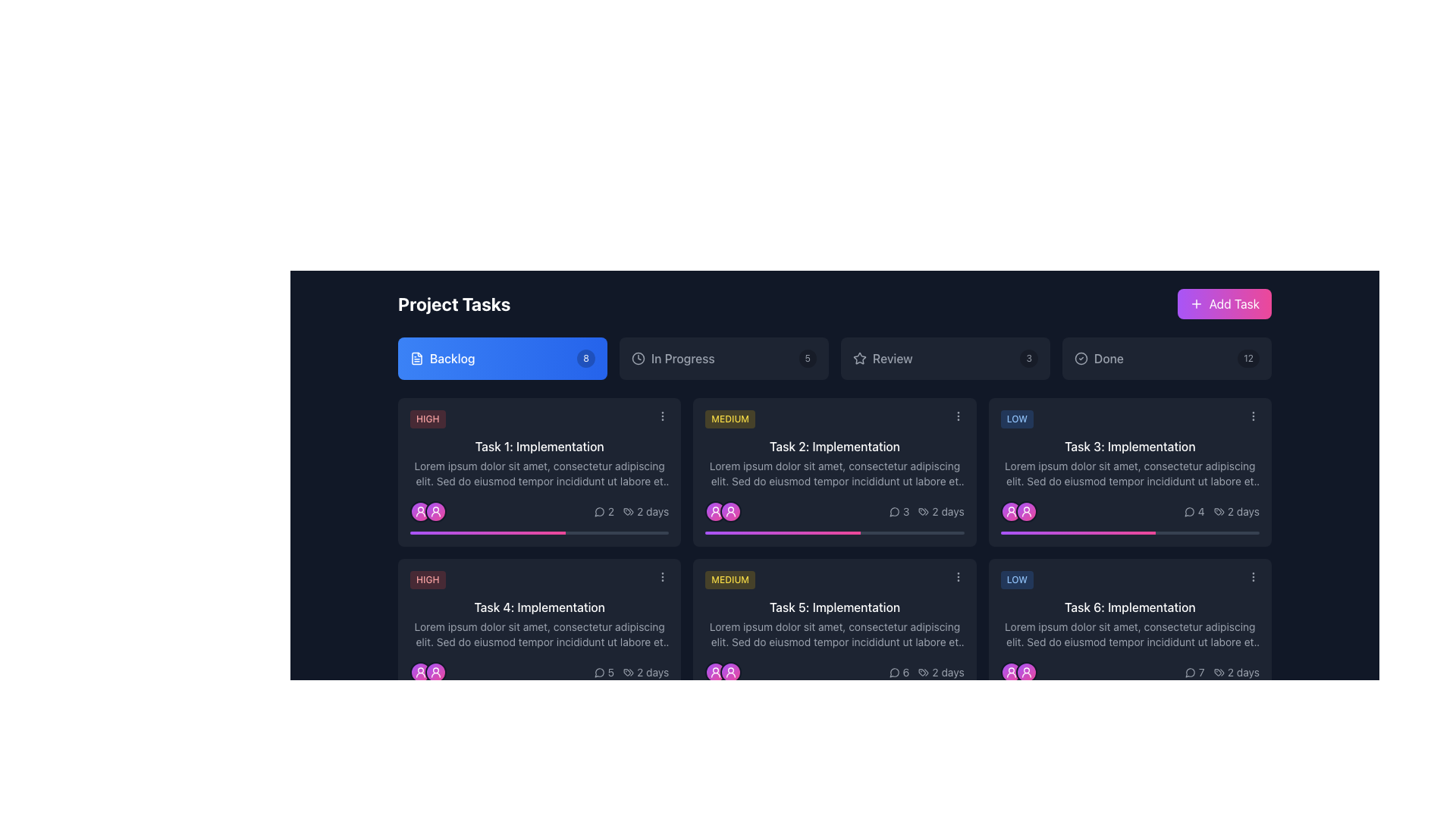 Image resolution: width=1456 pixels, height=819 pixels. I want to click on the first icon in the row of metadata details for 'Task 4: Implementation' in the 'Backlog' section, located to the left of the '2 days' text, so click(629, 672).